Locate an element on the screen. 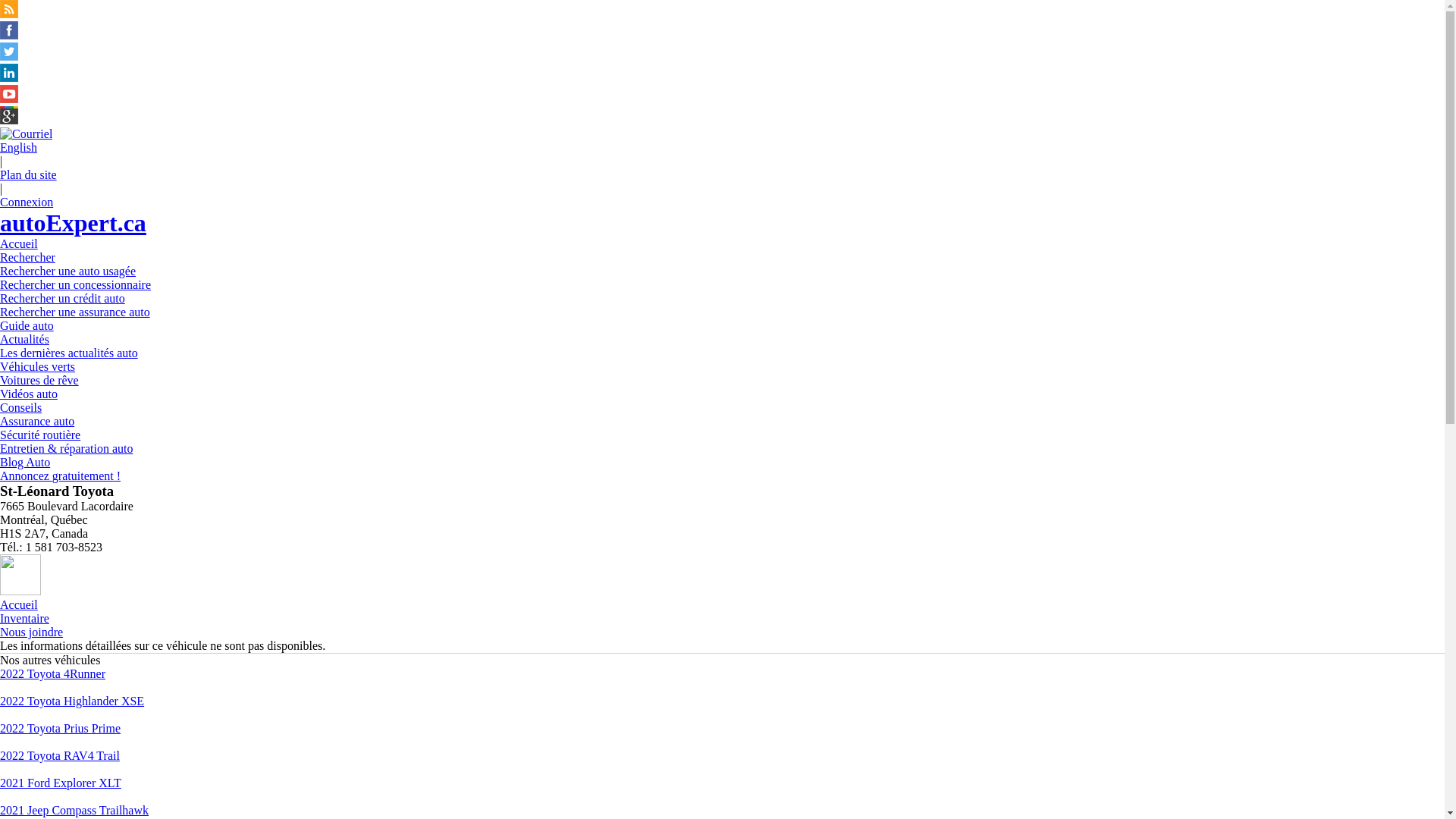 Image resolution: width=1456 pixels, height=819 pixels. '2022 Toyota RAV4 Trail' is located at coordinates (0, 755).